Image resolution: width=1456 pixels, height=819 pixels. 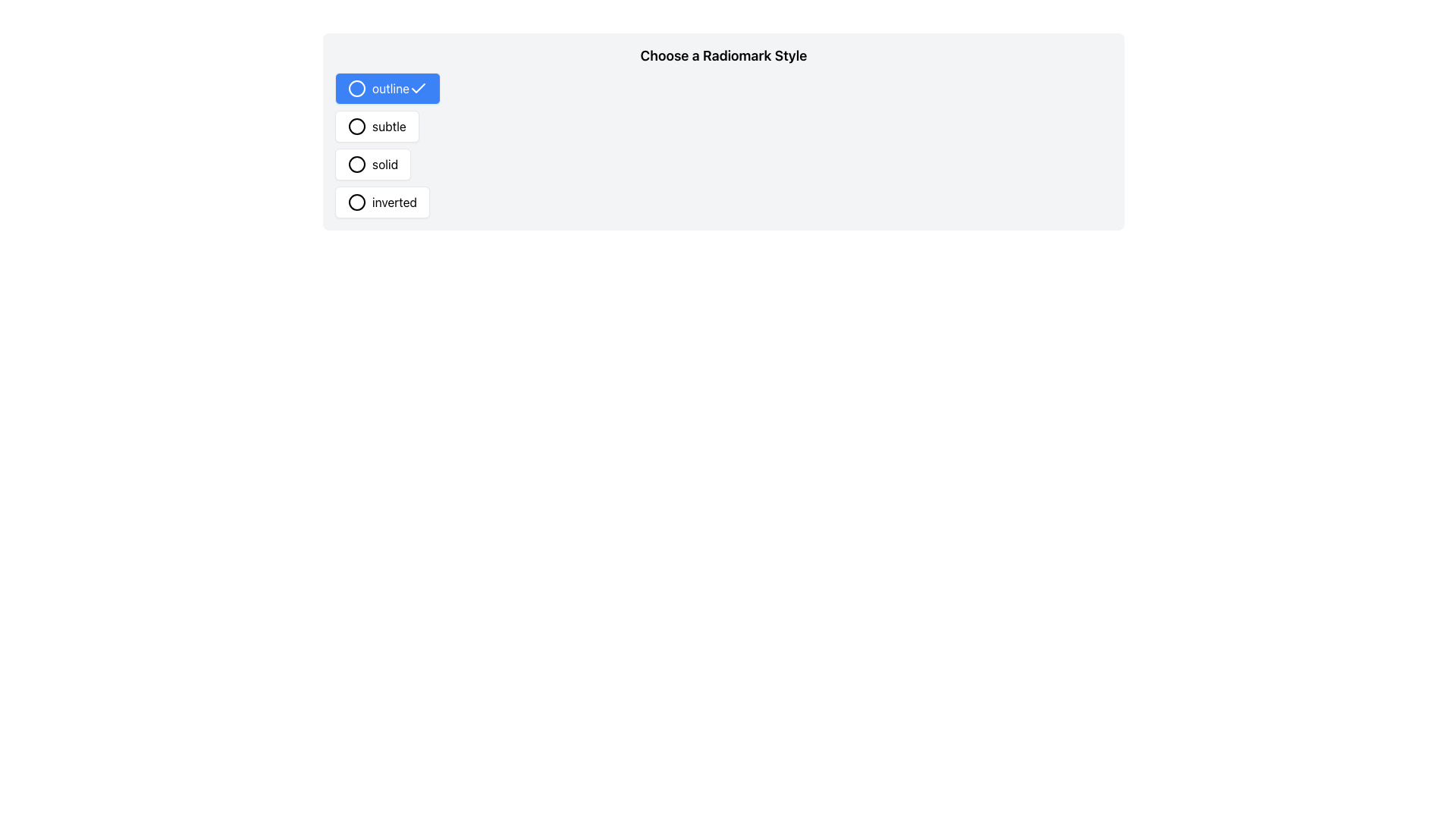 I want to click on the radio button labeled 'outline' with a blue background and checkmark icon, so click(x=388, y=88).